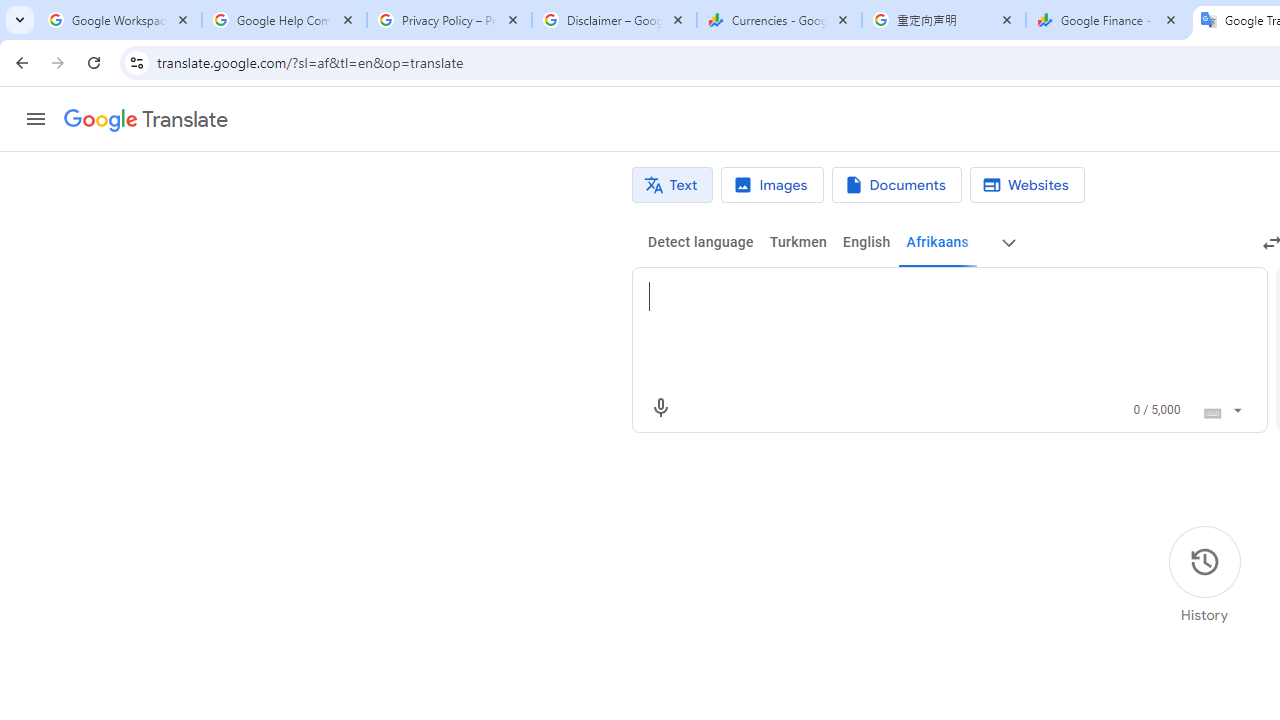 Image resolution: width=1280 pixels, height=720 pixels. I want to click on 'Text translation', so click(672, 185).